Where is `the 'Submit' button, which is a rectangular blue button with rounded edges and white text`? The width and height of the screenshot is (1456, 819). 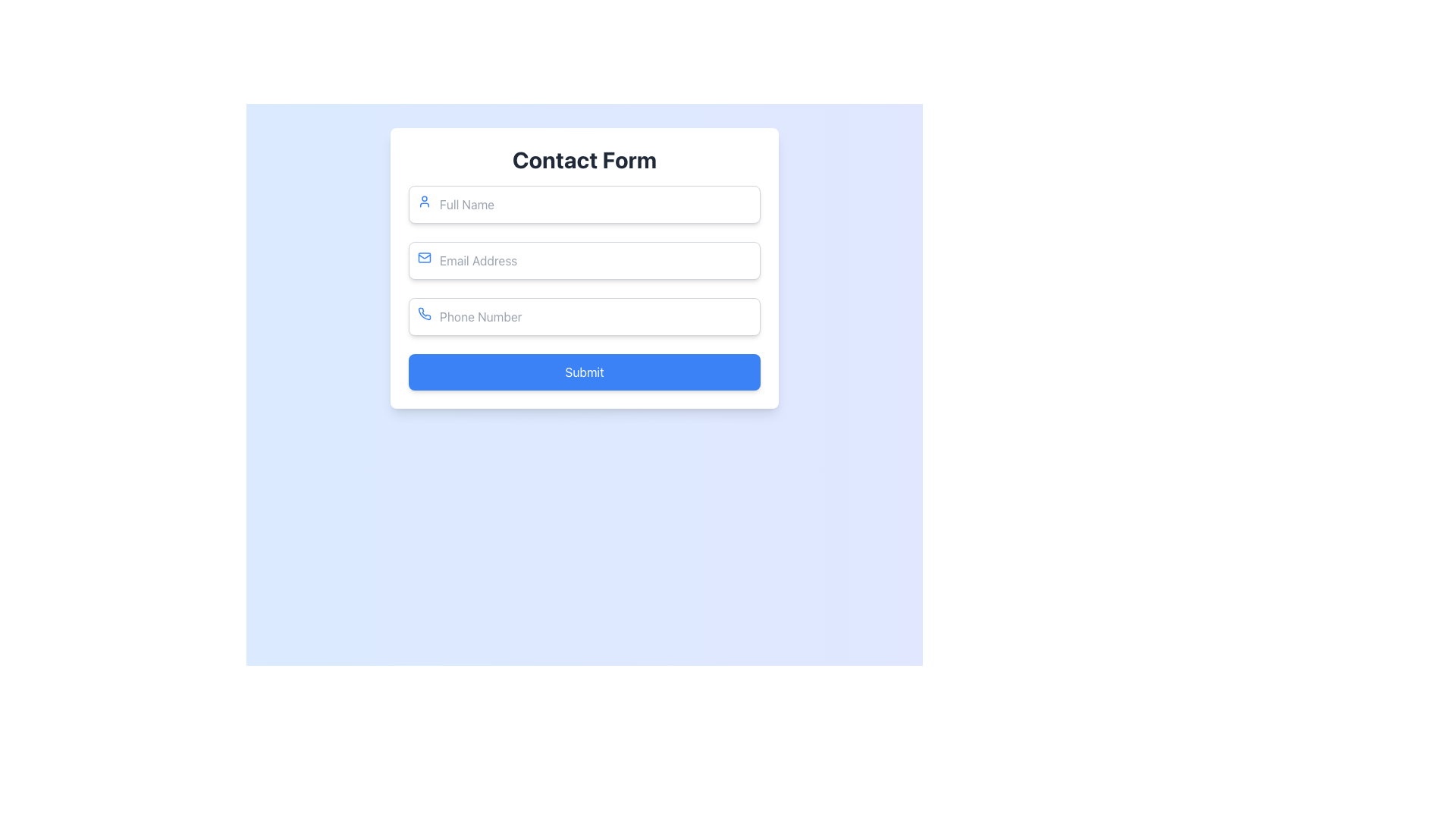
the 'Submit' button, which is a rectangular blue button with rounded edges and white text is located at coordinates (584, 372).